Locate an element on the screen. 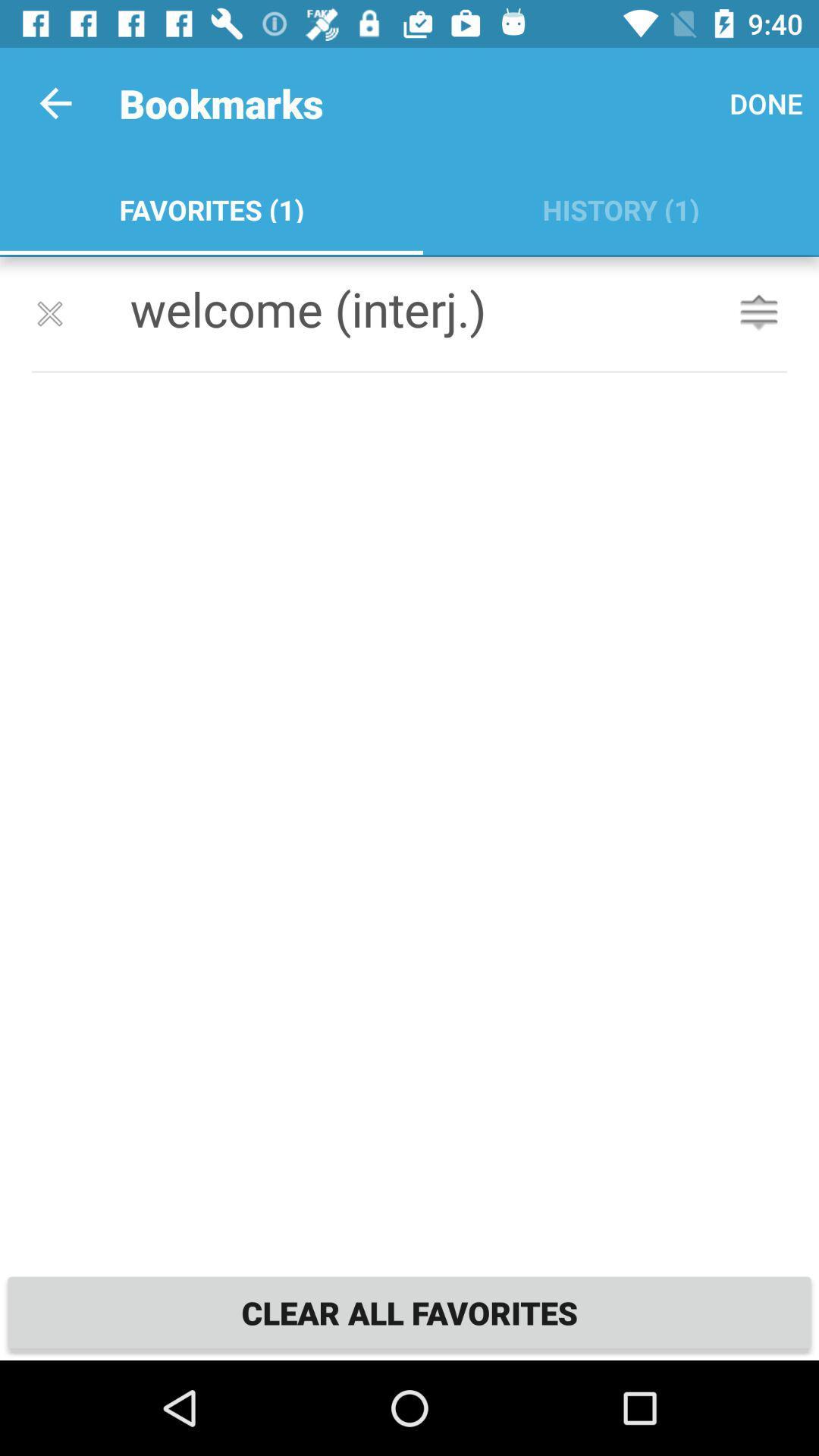 This screenshot has height=1456, width=819. the app next to favorites (1) is located at coordinates (766, 102).